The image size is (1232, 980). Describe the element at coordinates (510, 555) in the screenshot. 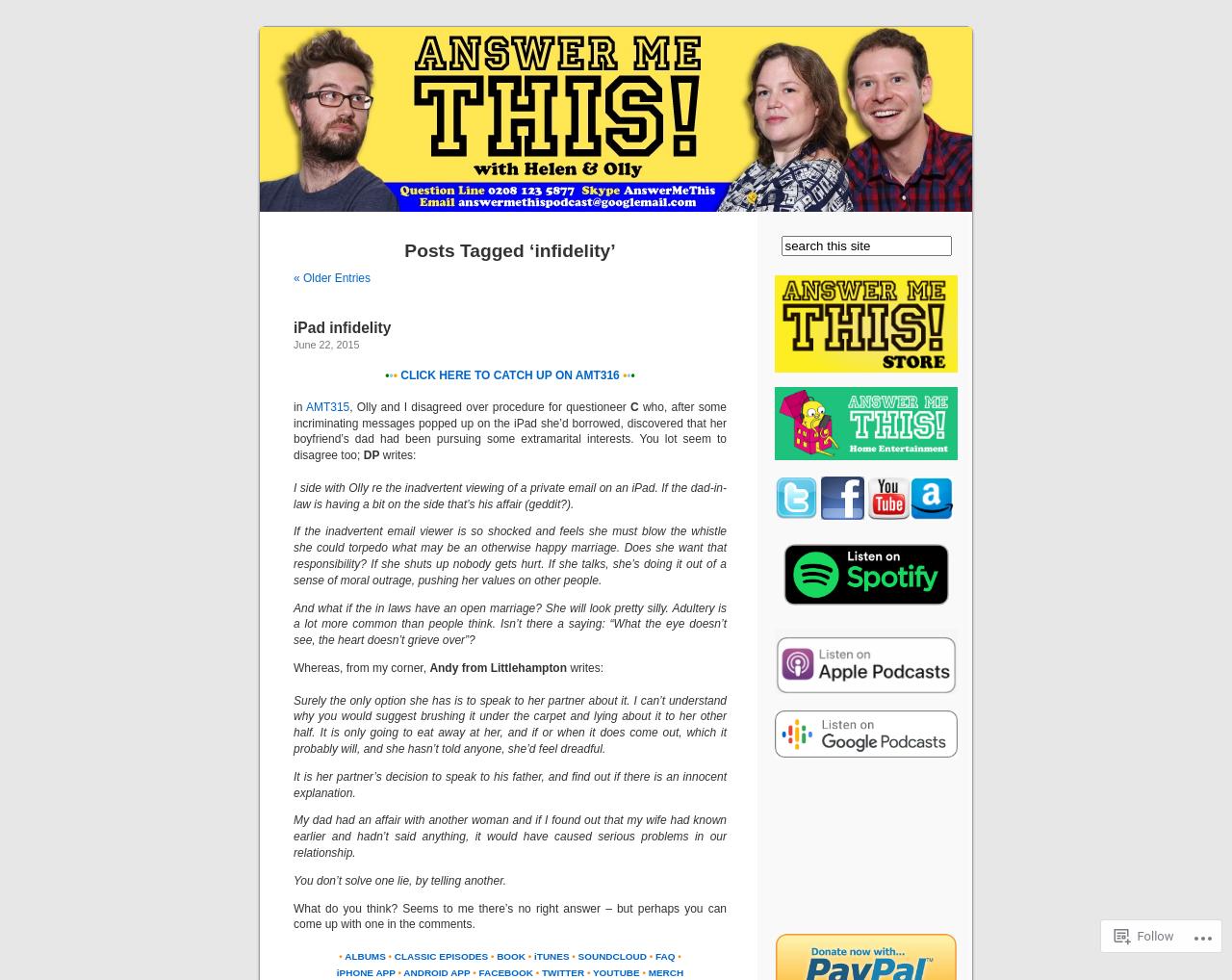

I see `'If the inadvertent email viewer is so shocked and feels she must blow the whistle she could torpedo what may be an otherwise happy marriage. Does she want that responsibility? If she shuts up nobody gets hurt. If she talks, she’s doing it out of a sense of moral outrage, pushing her values on other people.'` at that location.